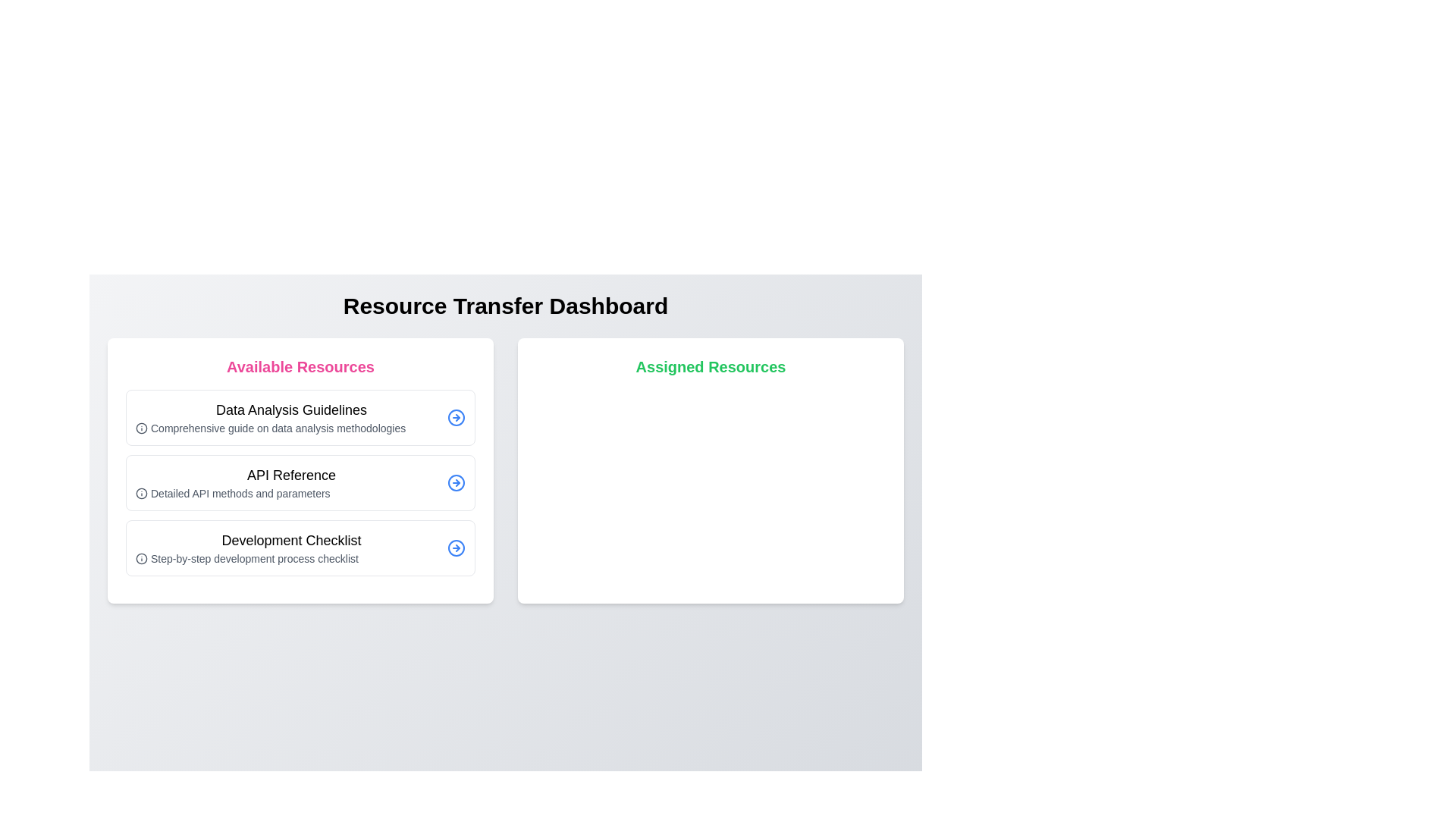 The height and width of the screenshot is (819, 1456). What do you see at coordinates (455, 482) in the screenshot?
I see `the blue circular arrow icon styled button located to the right of the 'API Reference' entry in the 'Available Resources' list` at bounding box center [455, 482].